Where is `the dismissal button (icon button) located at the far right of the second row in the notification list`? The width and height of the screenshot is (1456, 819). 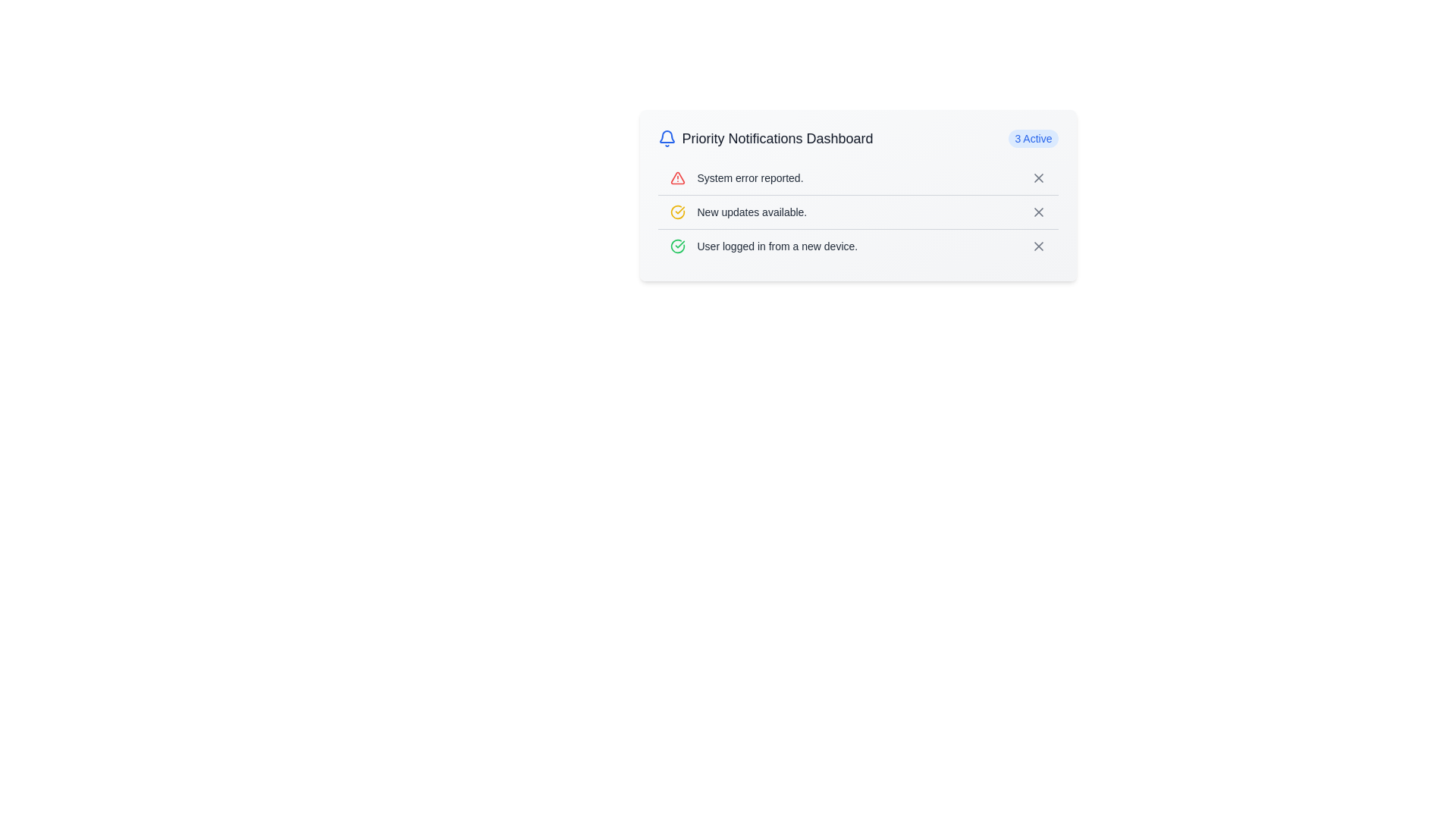 the dismissal button (icon button) located at the far right of the second row in the notification list is located at coordinates (1037, 212).